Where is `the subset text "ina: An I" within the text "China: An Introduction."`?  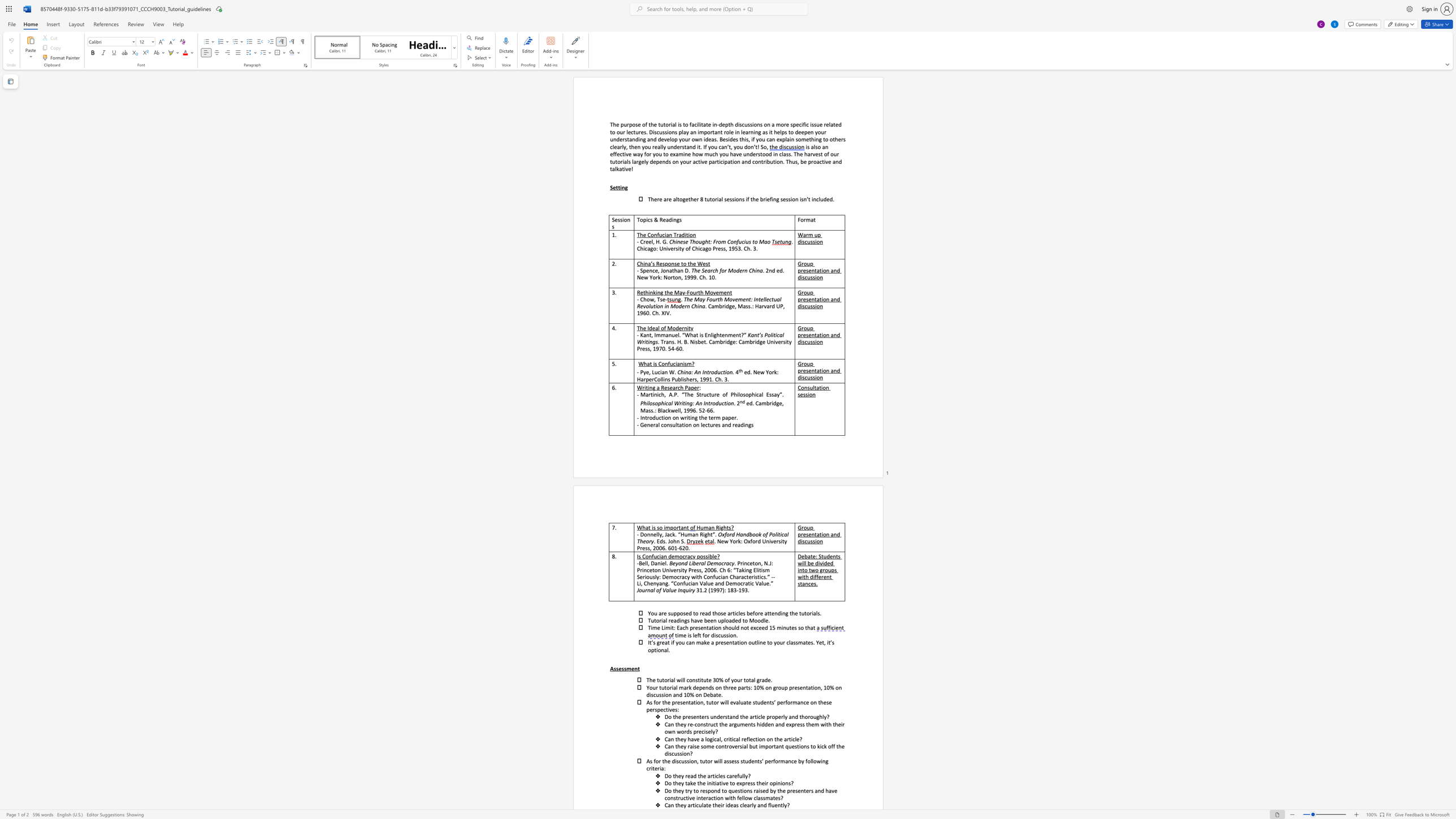 the subset text "ina: An I" within the text "China: An Introduction." is located at coordinates (684, 372).